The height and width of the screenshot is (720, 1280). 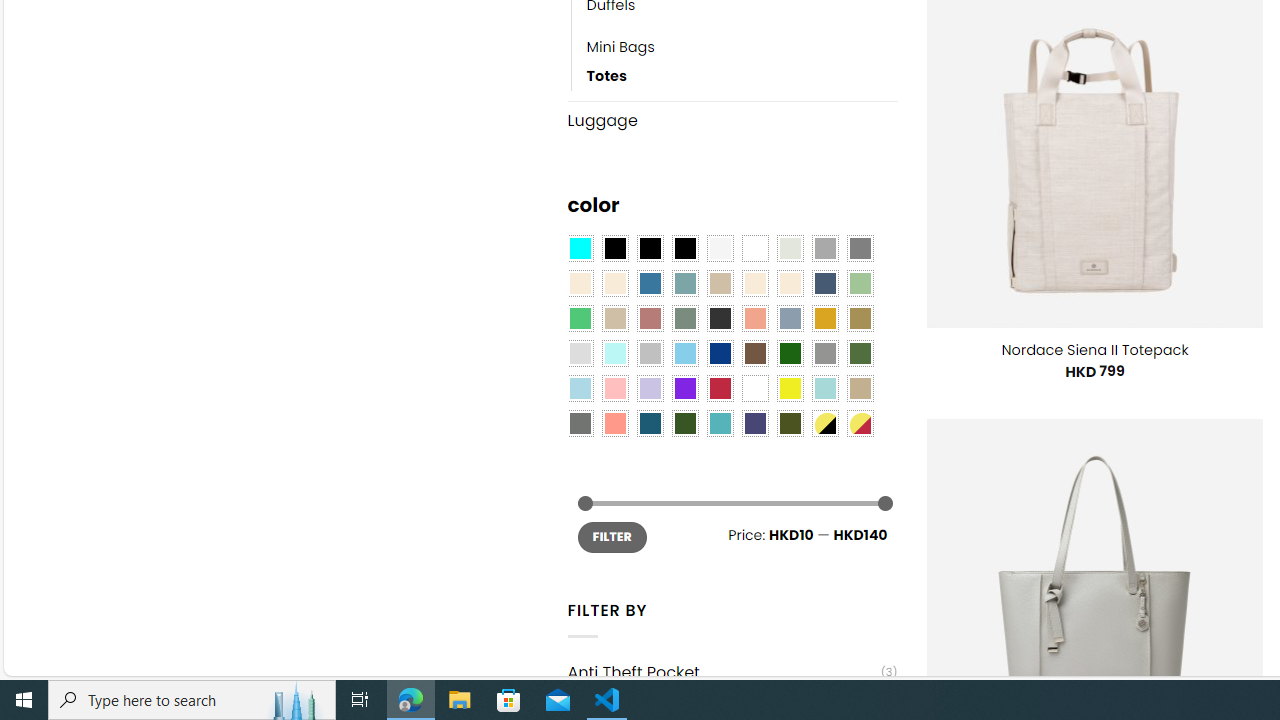 What do you see at coordinates (684, 283) in the screenshot?
I see `'Blue Sage'` at bounding box center [684, 283].